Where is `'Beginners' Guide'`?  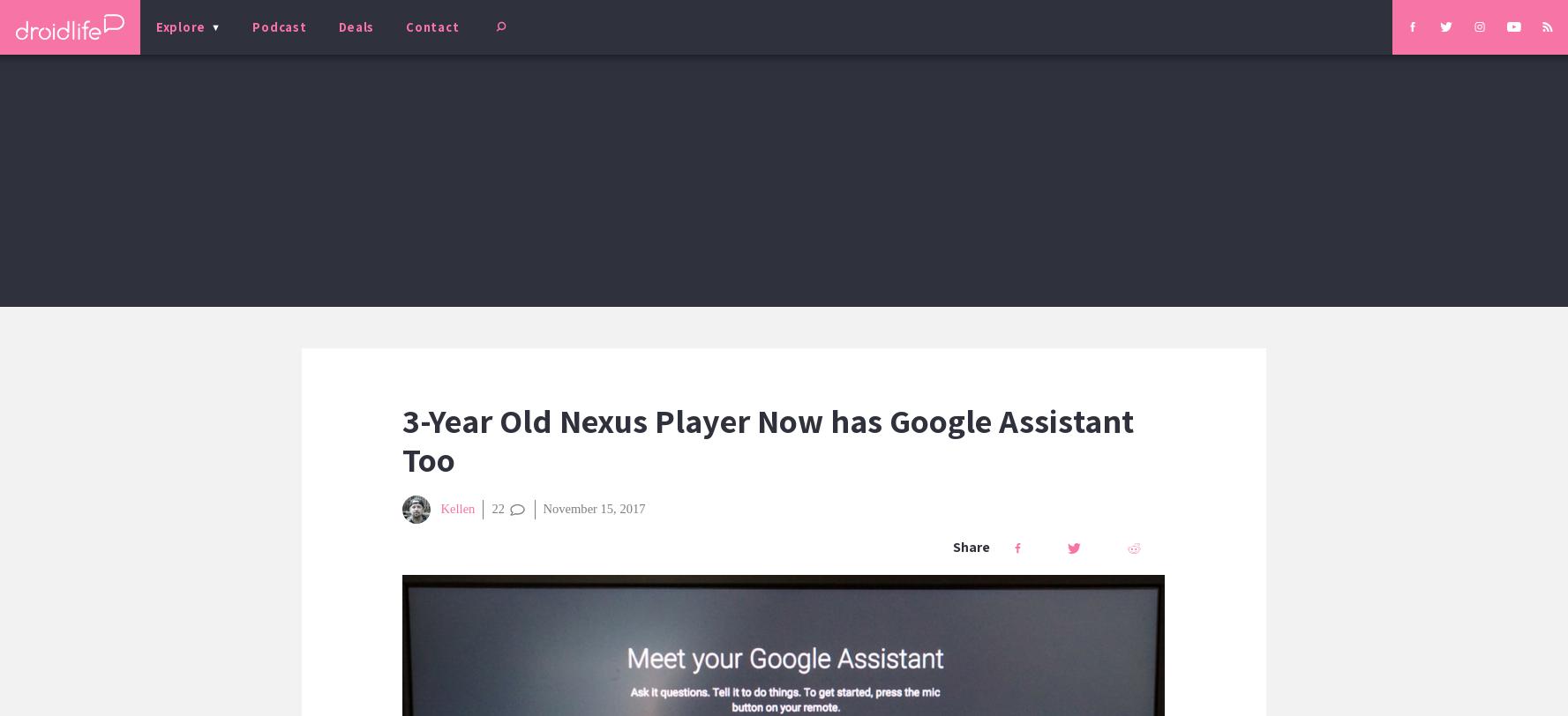
'Beginners' Guide' is located at coordinates (386, 18).